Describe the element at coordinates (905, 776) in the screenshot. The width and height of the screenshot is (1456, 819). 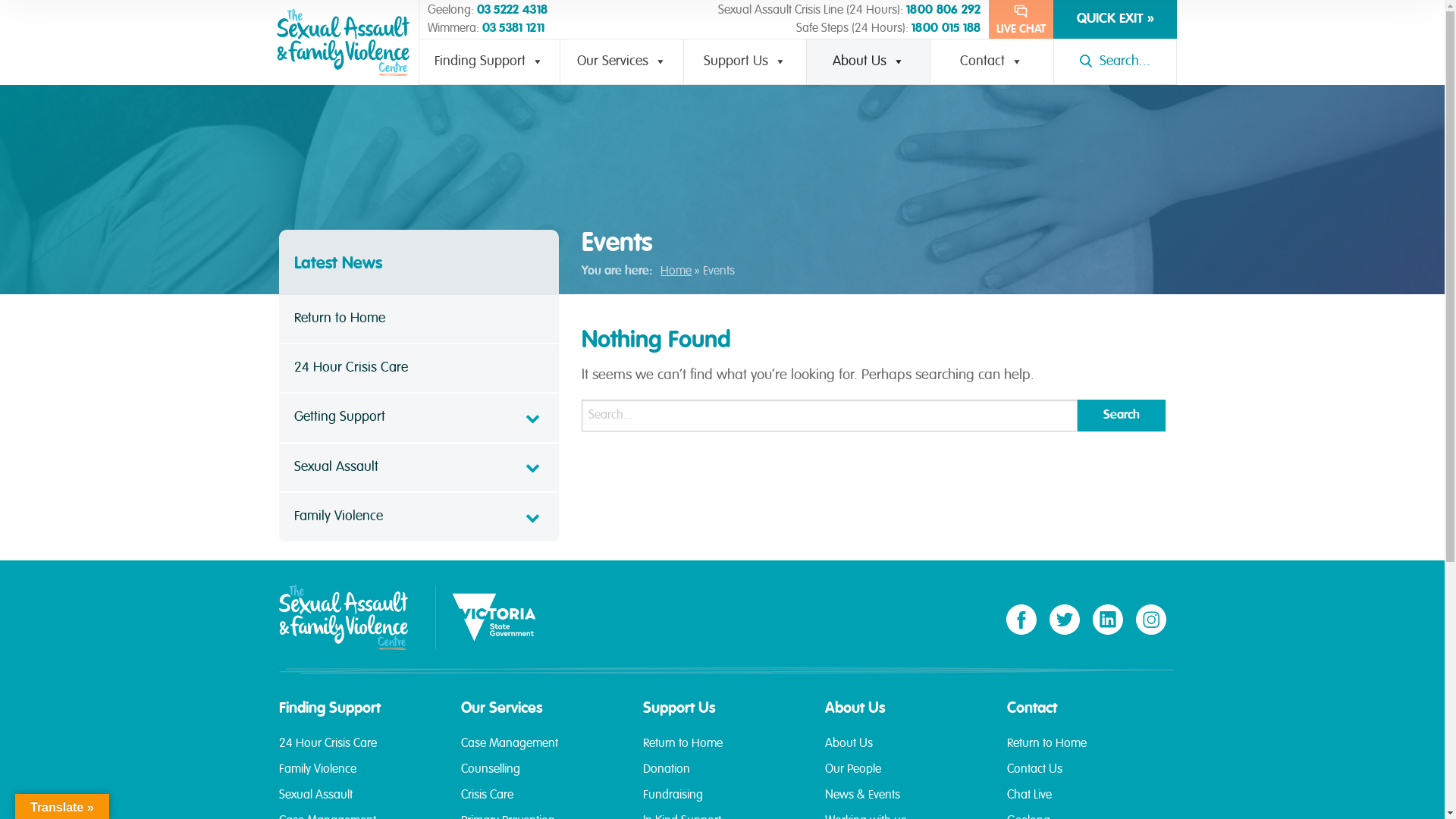
I see `'Our People'` at that location.